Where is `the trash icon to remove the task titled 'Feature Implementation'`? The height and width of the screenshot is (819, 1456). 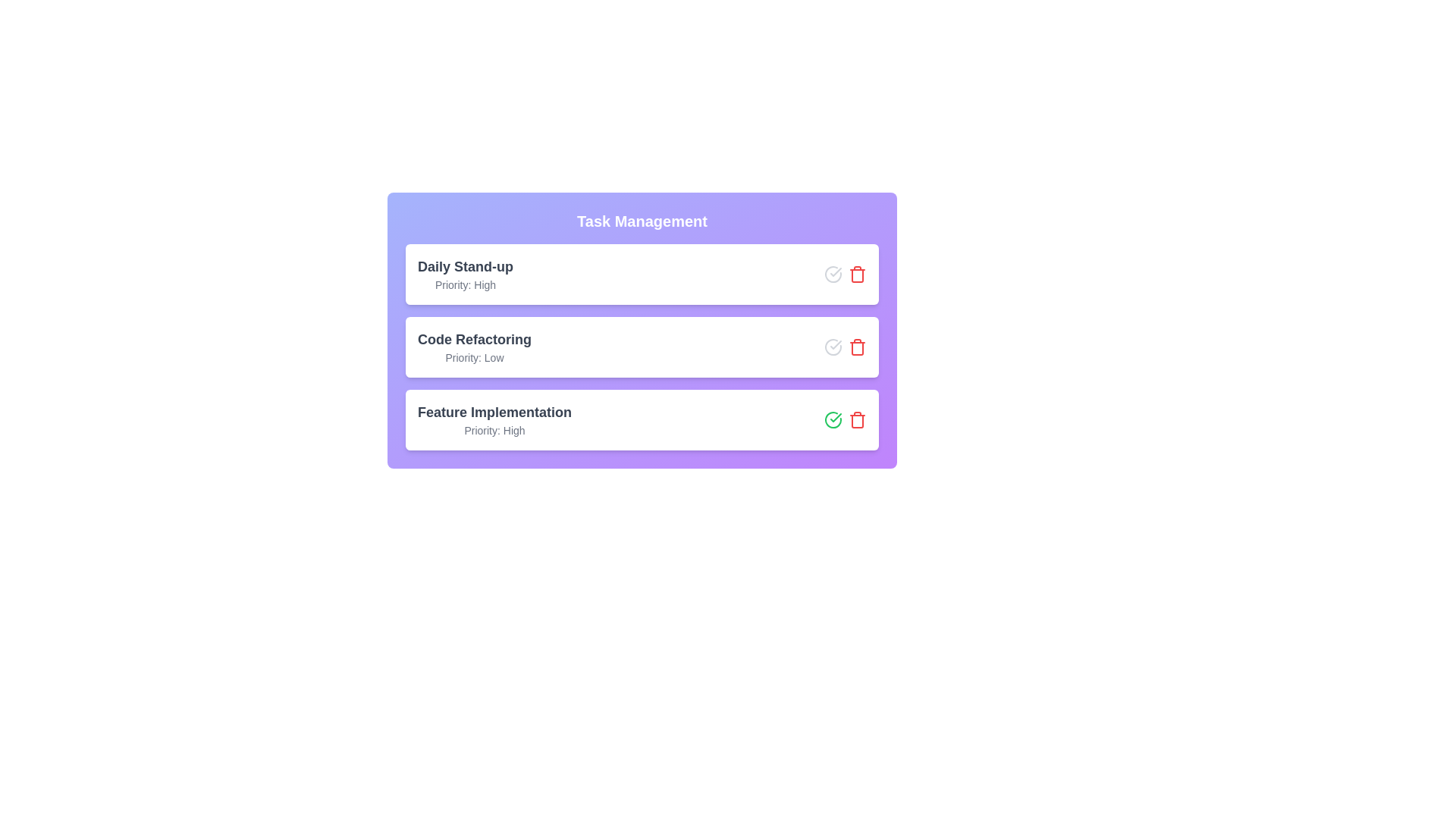
the trash icon to remove the task titled 'Feature Implementation' is located at coordinates (858, 420).